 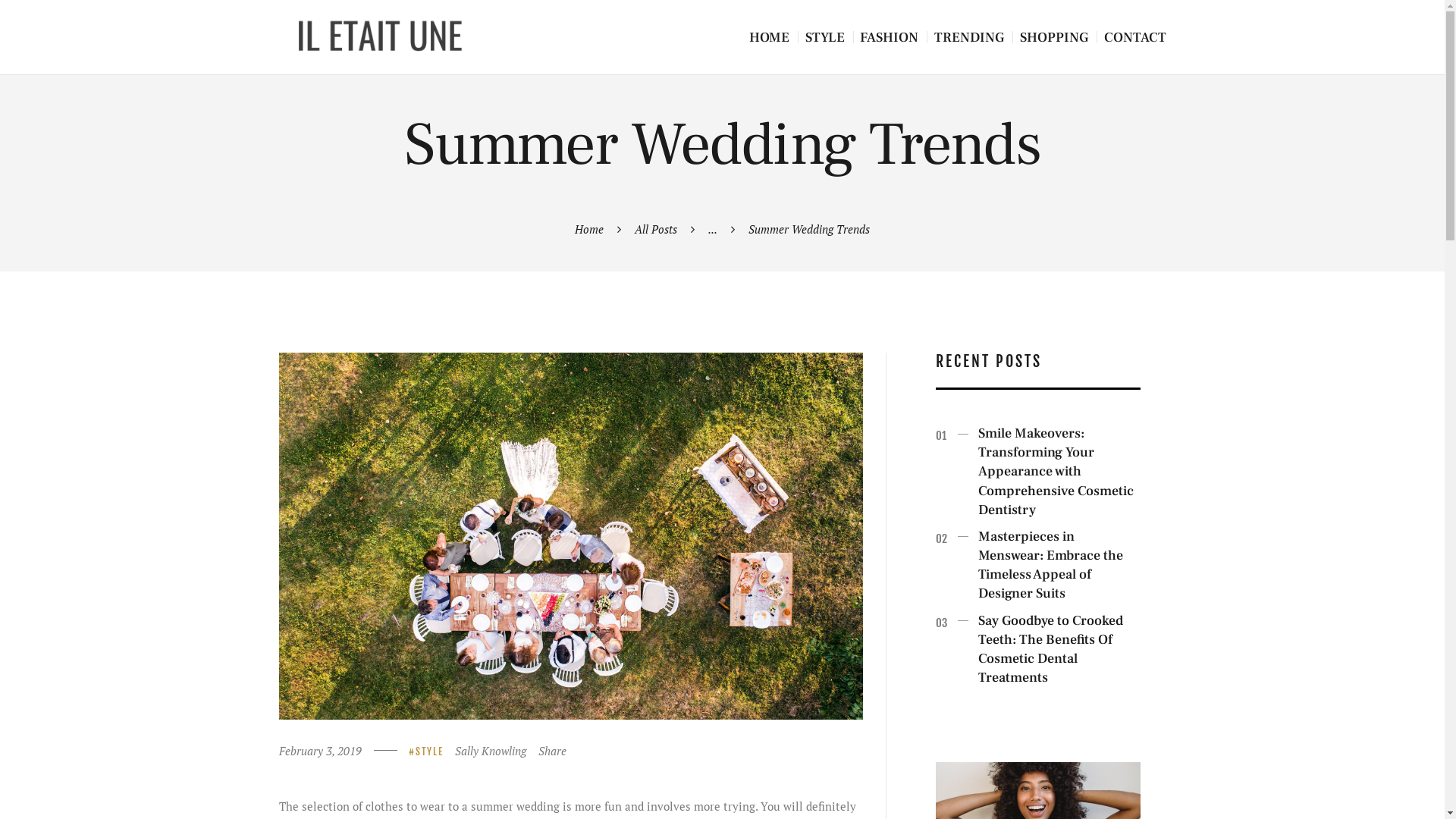 I want to click on 'Home', so click(x=588, y=228).